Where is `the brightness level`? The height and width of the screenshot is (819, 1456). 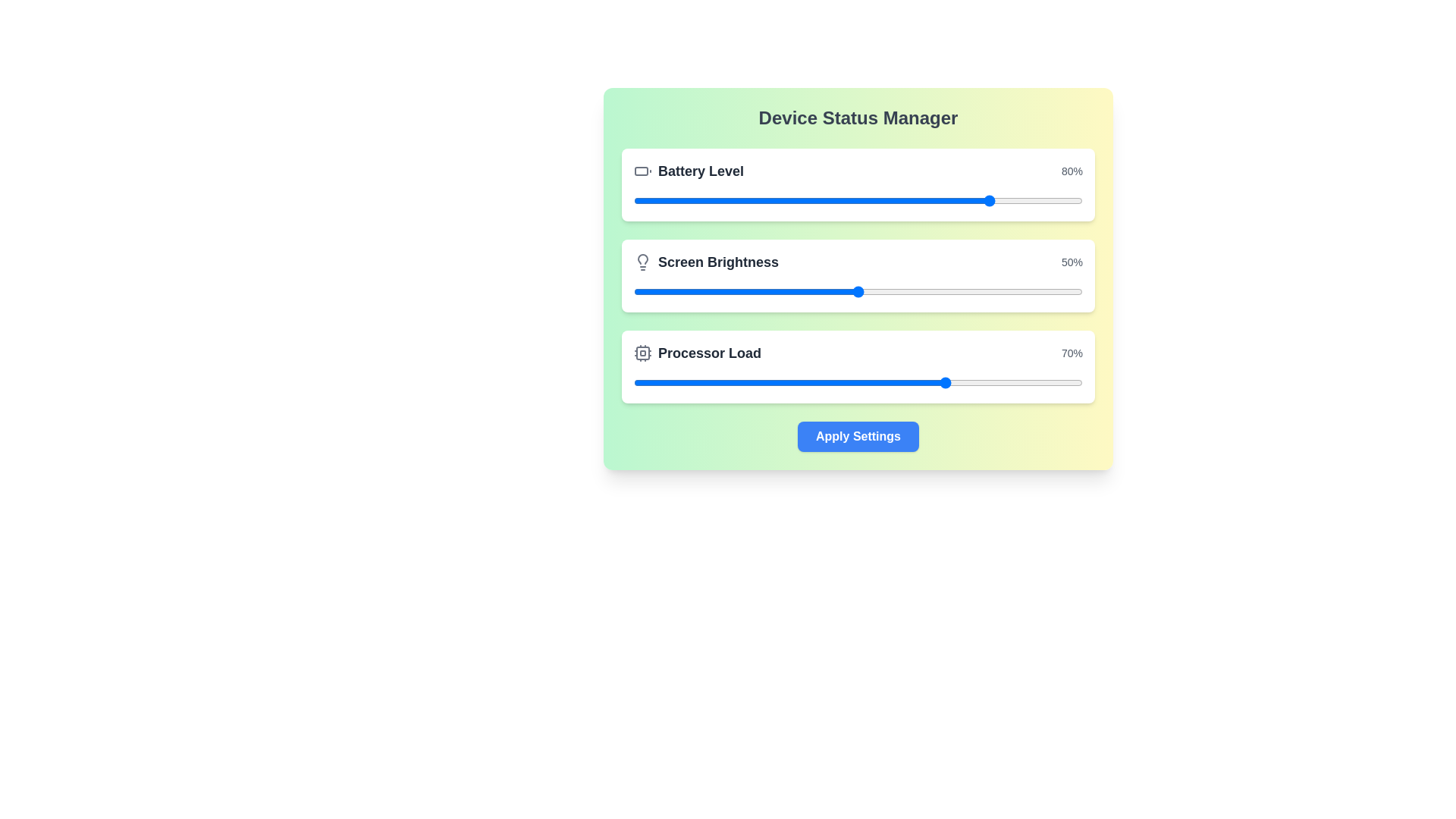 the brightness level is located at coordinates (768, 292).